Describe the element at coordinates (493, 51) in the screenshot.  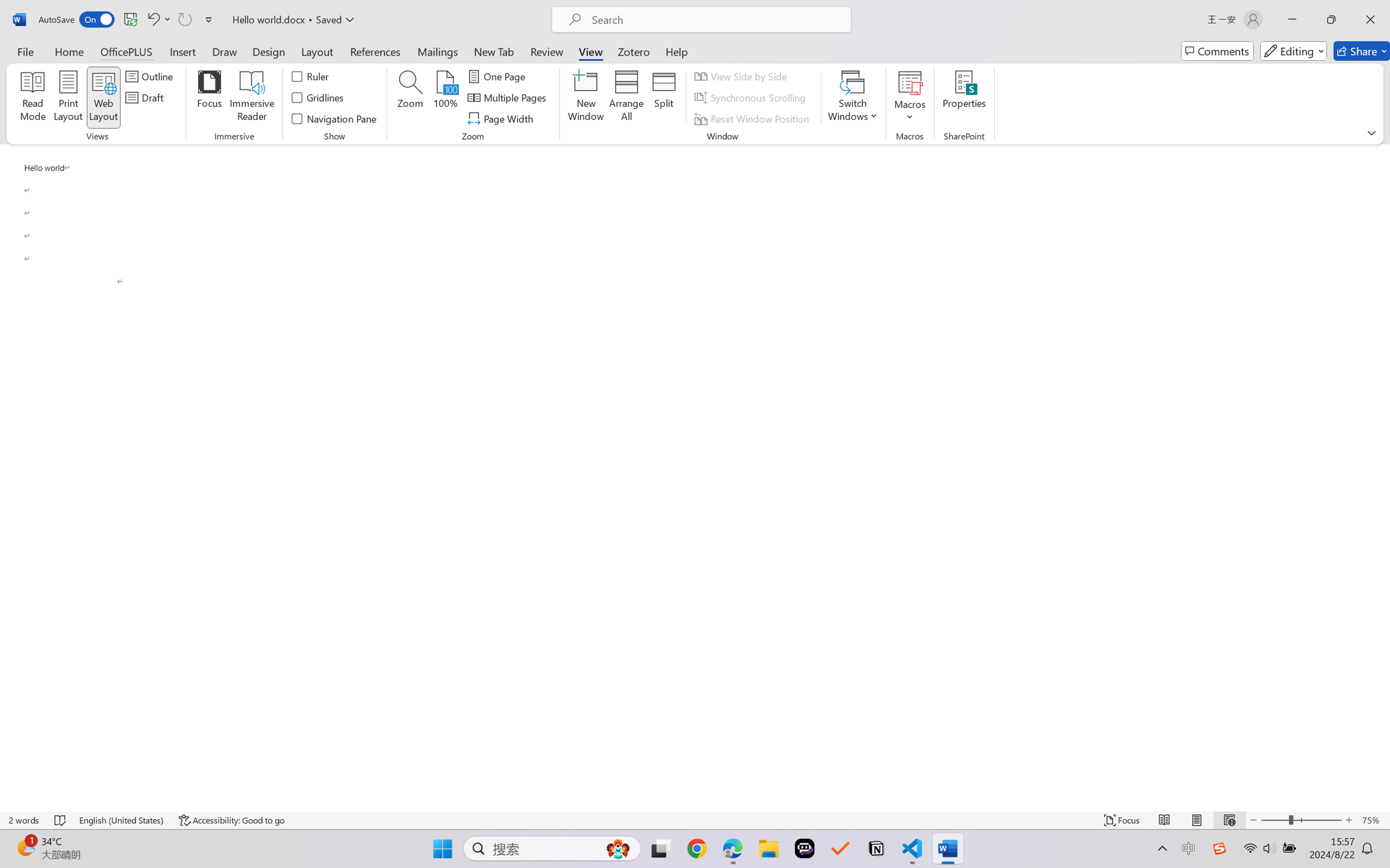
I see `'New Tab'` at that location.